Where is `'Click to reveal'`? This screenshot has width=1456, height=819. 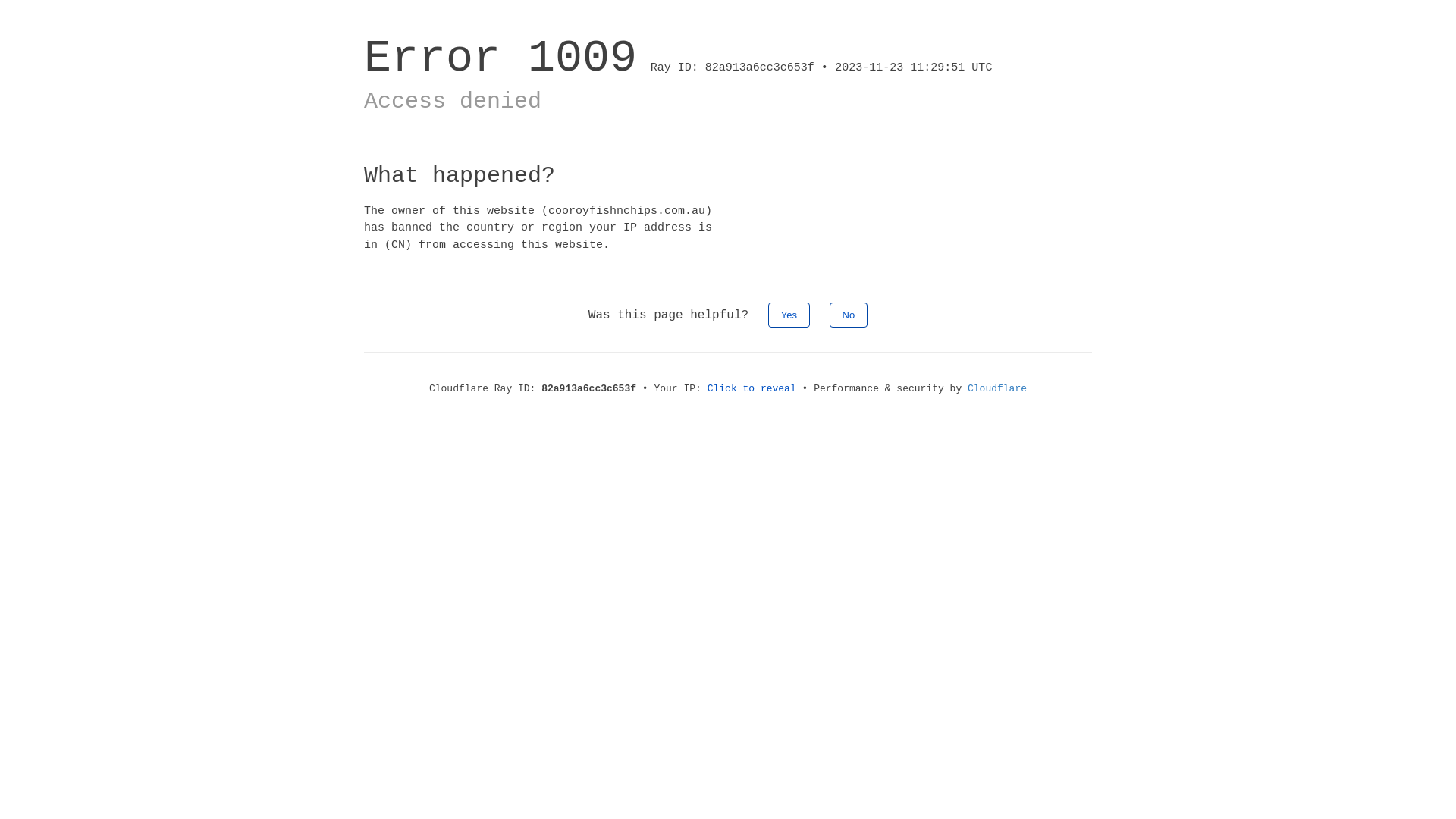
'Click to reveal' is located at coordinates (752, 388).